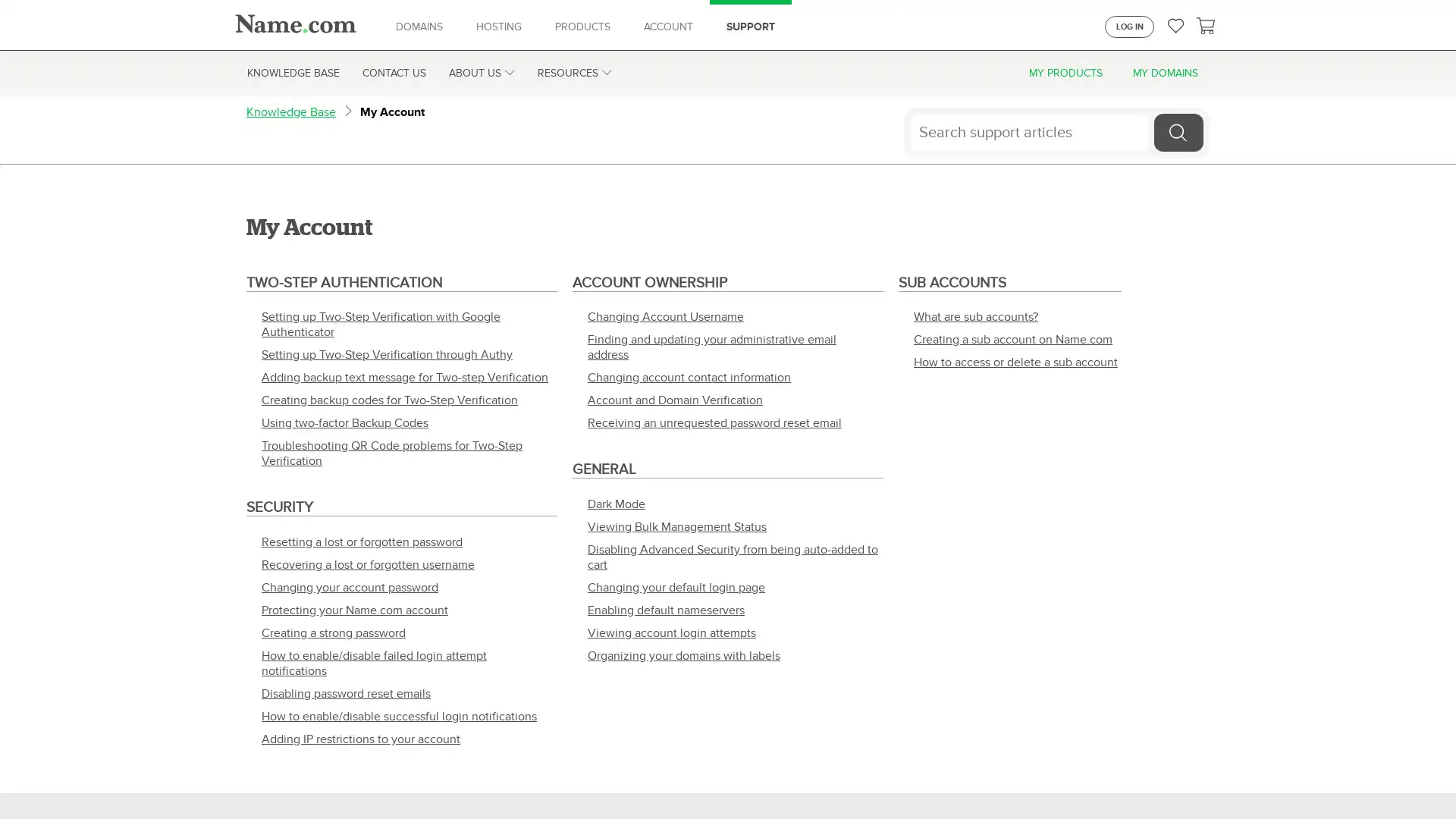  Describe the element at coordinates (1059, 778) in the screenshot. I see `Cookies Settings` at that location.